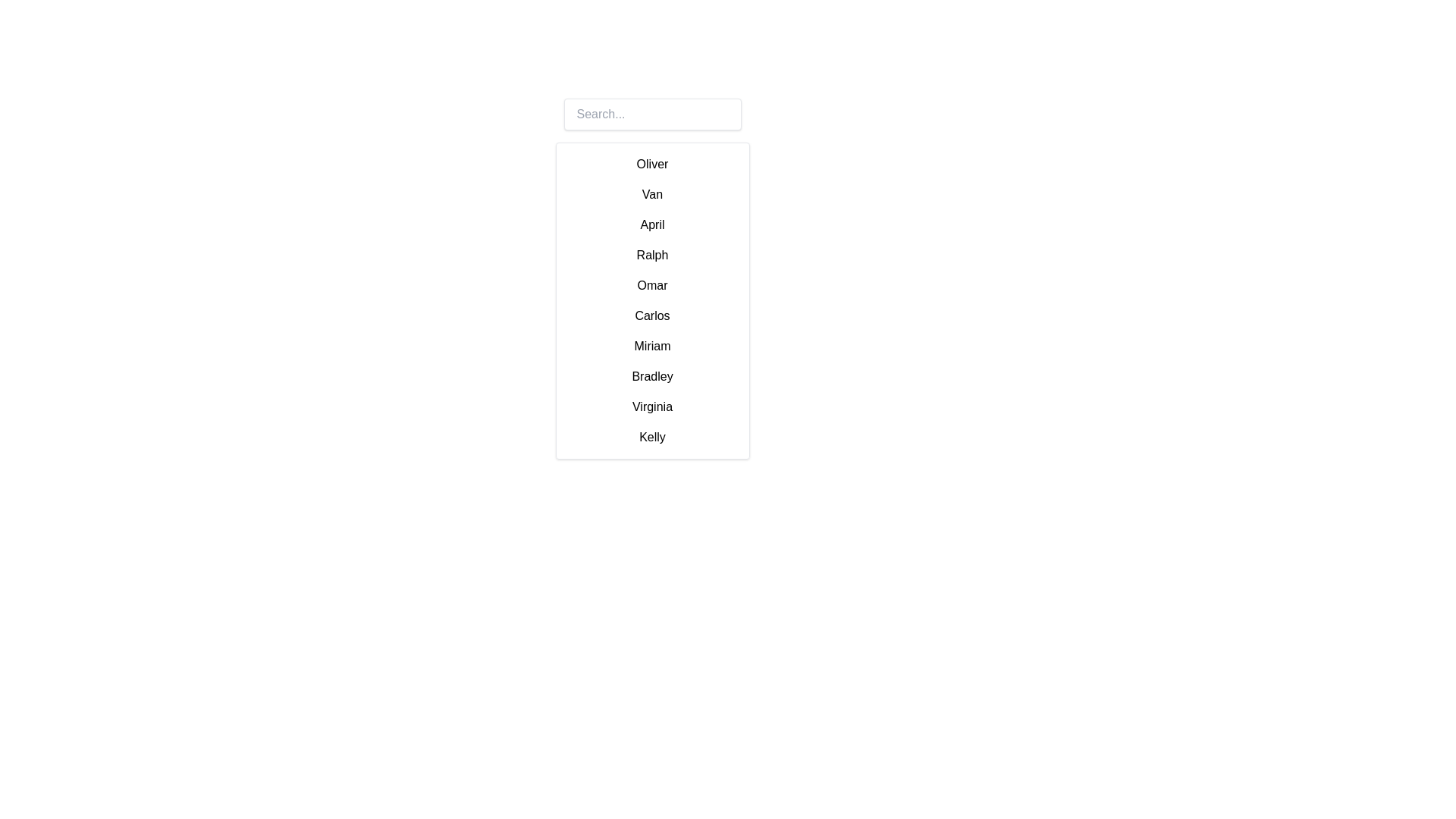 The width and height of the screenshot is (1456, 819). What do you see at coordinates (652, 301) in the screenshot?
I see `the fifth entry labeled 'Omar' in the dropdown list located beneath the search bar` at bounding box center [652, 301].